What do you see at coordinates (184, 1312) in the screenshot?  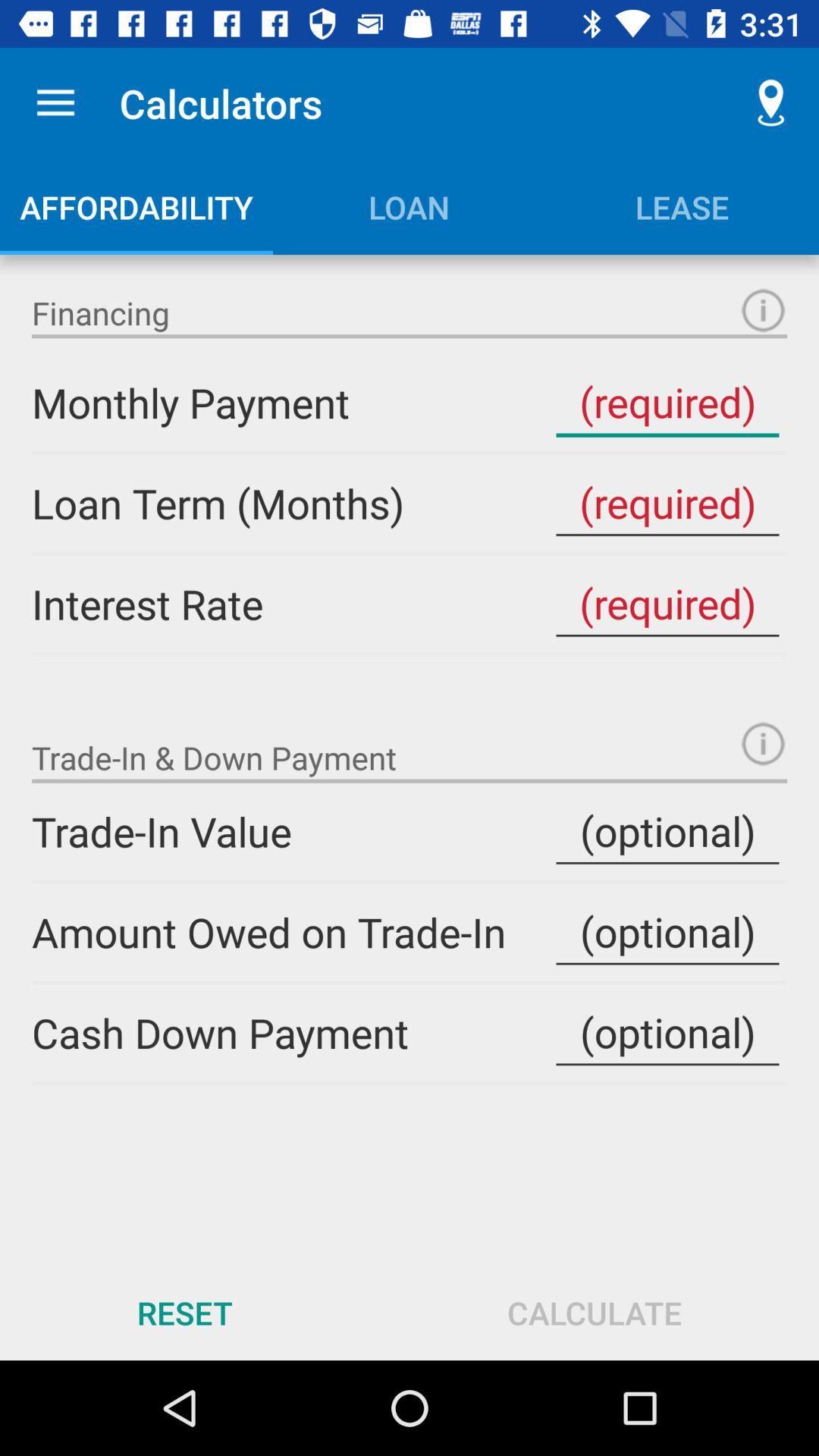 I see `the icon next to calculate` at bounding box center [184, 1312].